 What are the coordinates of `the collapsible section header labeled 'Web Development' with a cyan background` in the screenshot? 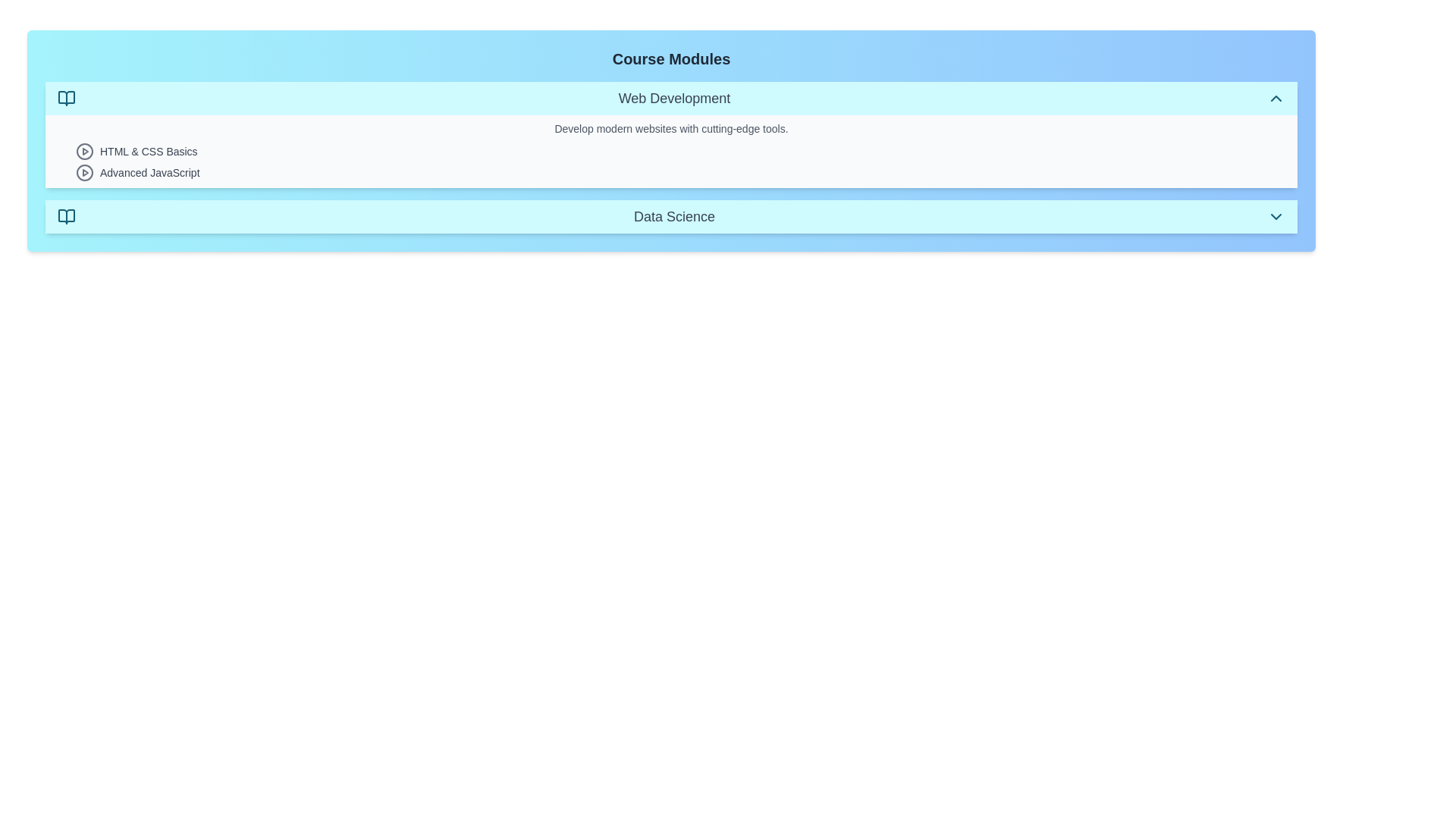 It's located at (670, 99).